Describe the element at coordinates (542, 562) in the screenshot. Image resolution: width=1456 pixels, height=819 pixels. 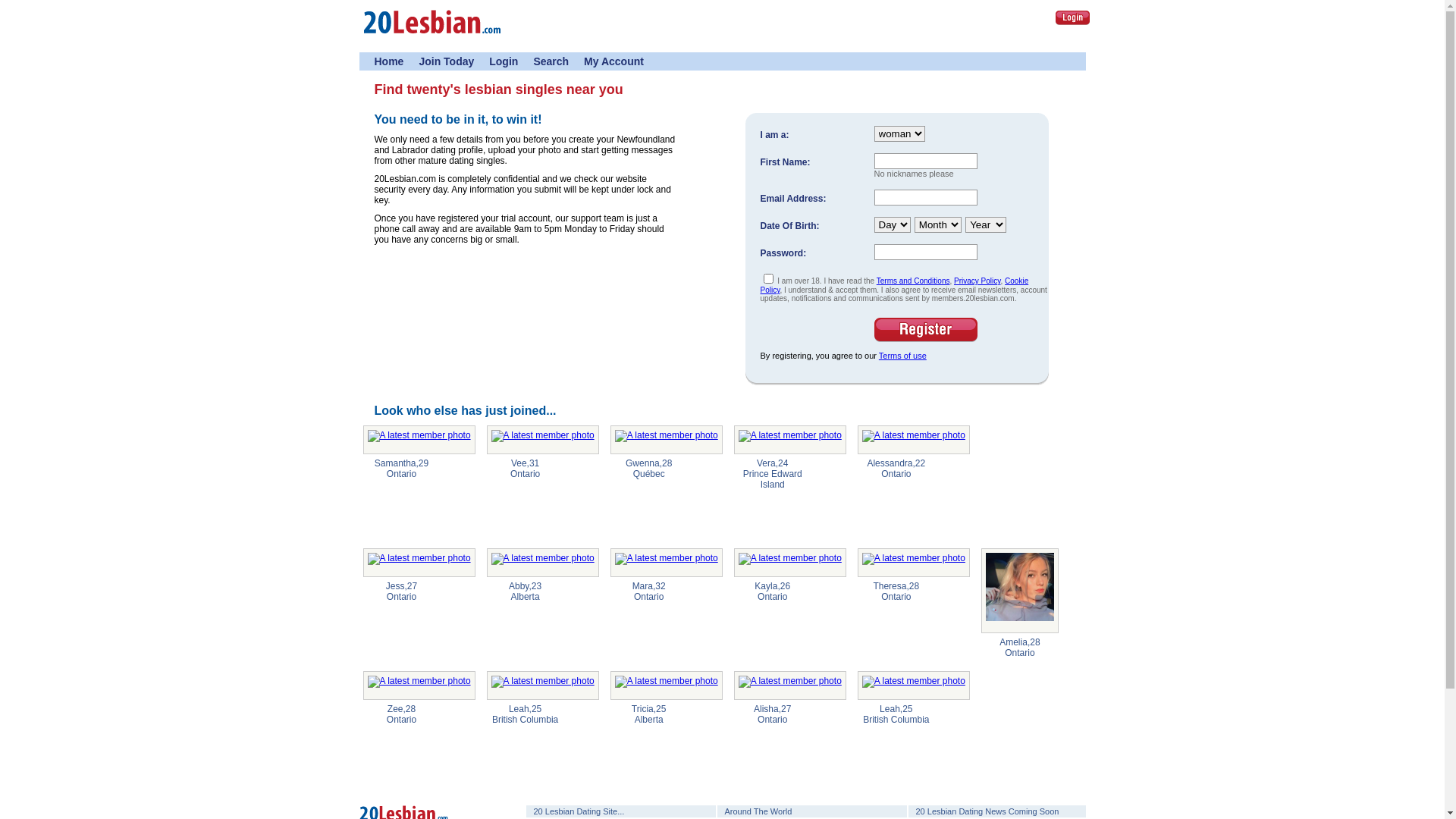
I see `'Abby, 23 from Calgary, Alberta'` at that location.